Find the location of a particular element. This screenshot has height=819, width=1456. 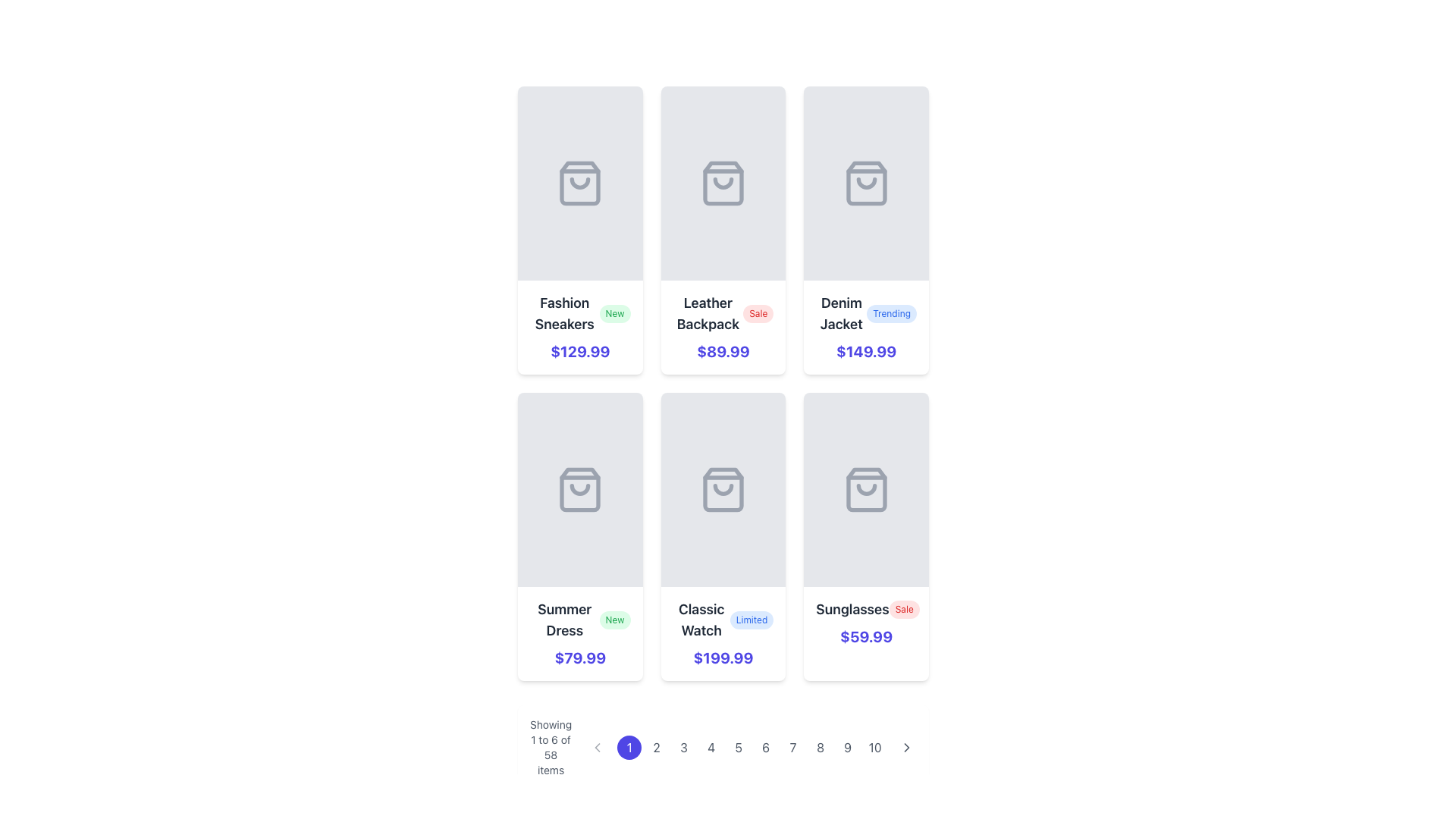

text from the small, rounded badge with a light green background and green text reading 'New', located at the top-right corner of the 'Fashion Sneakers' item card is located at coordinates (615, 312).